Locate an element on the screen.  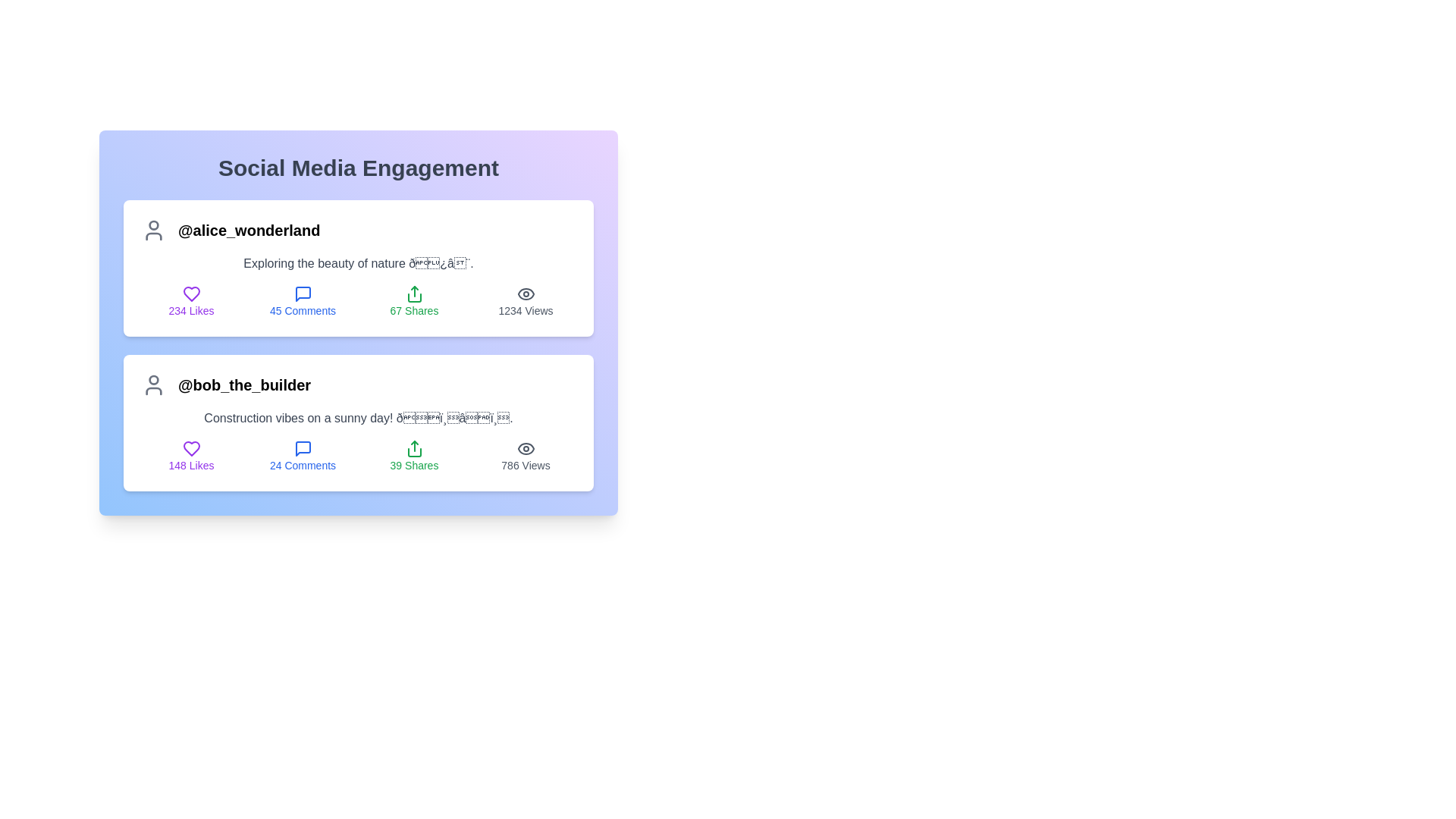
the eye icon located in the 'Social Media Engagement' card, adjacent to the text '1234 Views' is located at coordinates (526, 294).